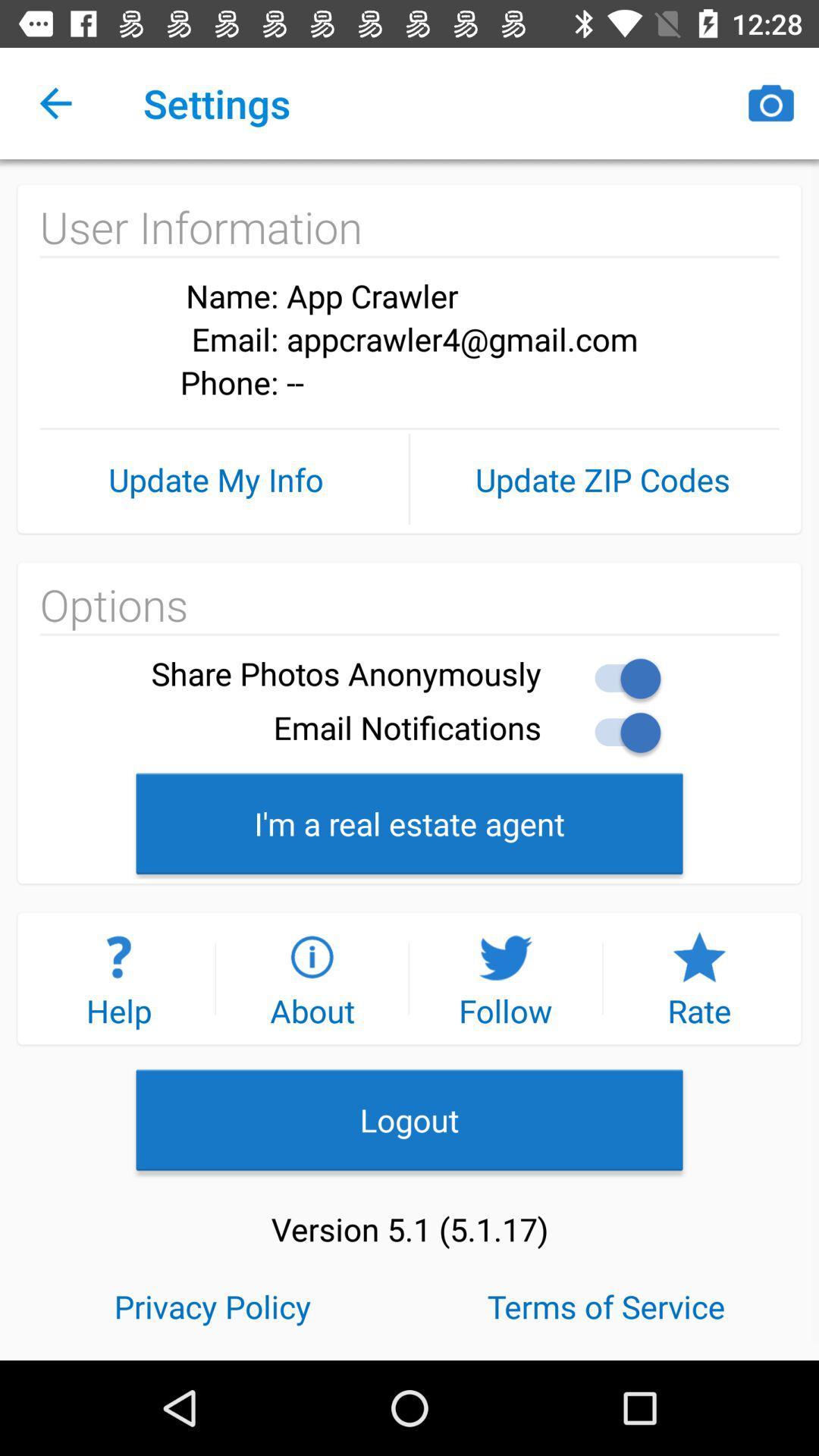 The image size is (819, 1456). Describe the element at coordinates (409, 822) in the screenshot. I see `the i m a item` at that location.